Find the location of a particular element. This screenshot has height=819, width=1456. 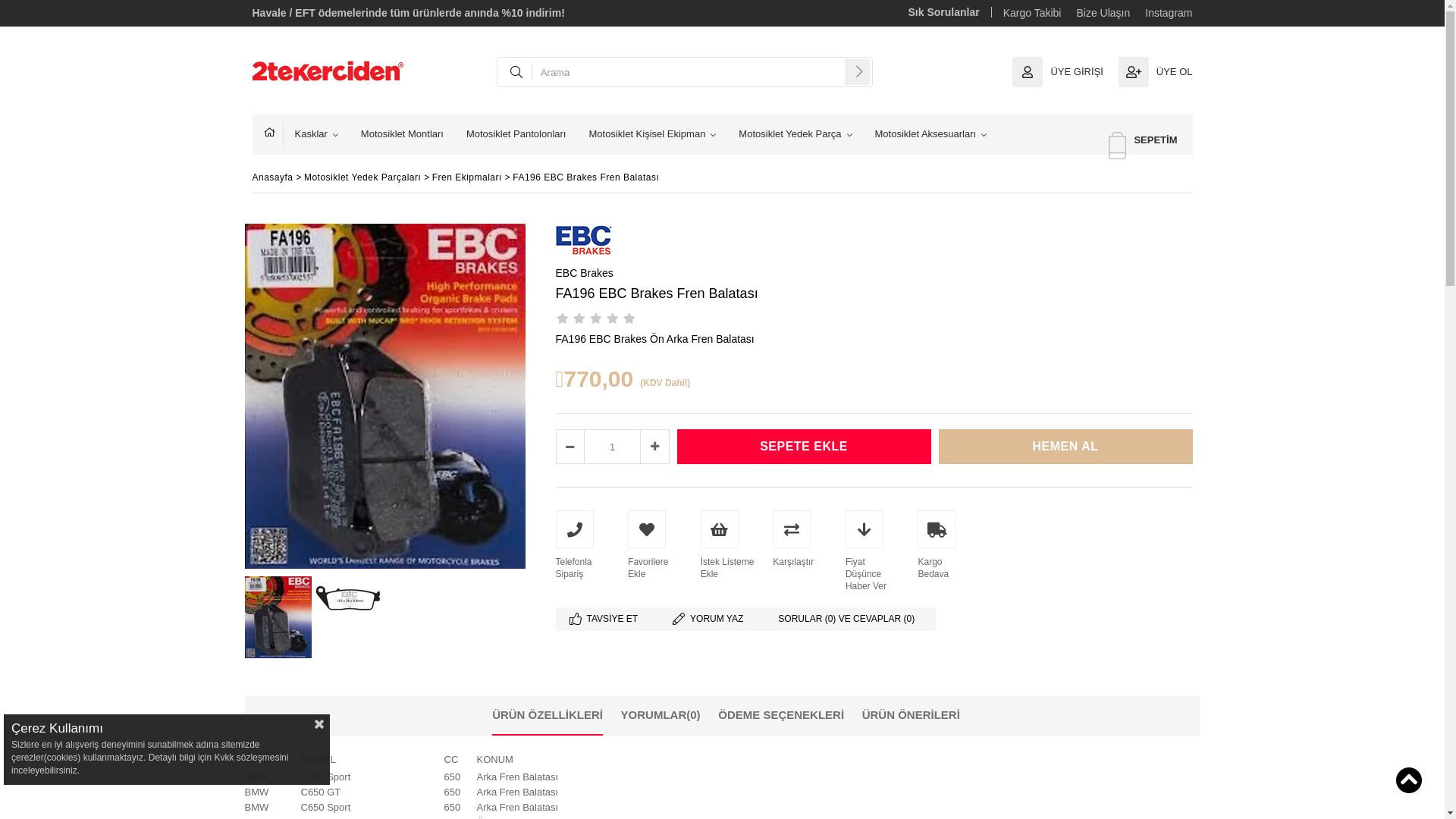

'TAVSIYE ET' is located at coordinates (607, 619).